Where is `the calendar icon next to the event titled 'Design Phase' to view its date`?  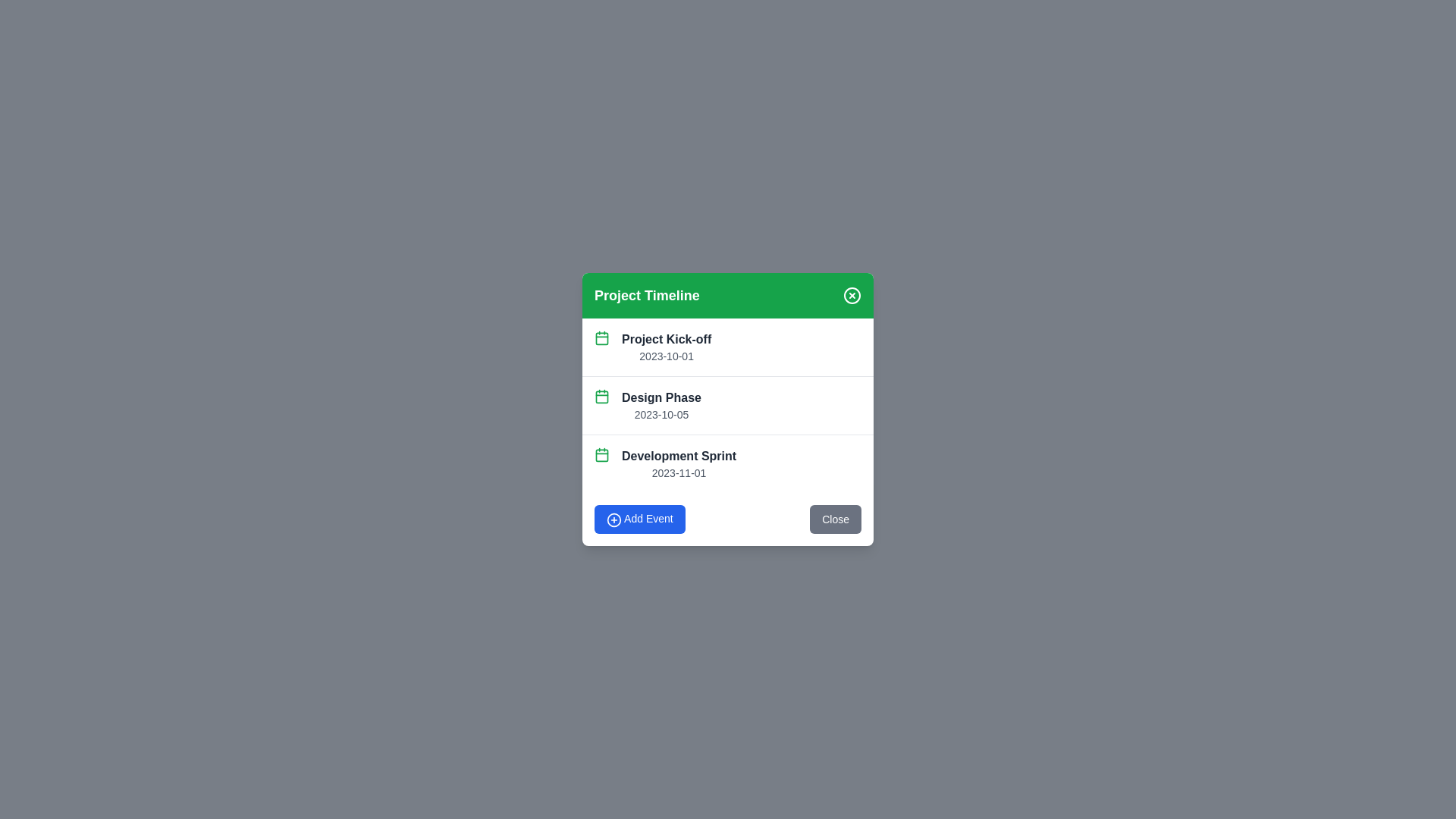
the calendar icon next to the event titled 'Design Phase' to view its date is located at coordinates (601, 396).